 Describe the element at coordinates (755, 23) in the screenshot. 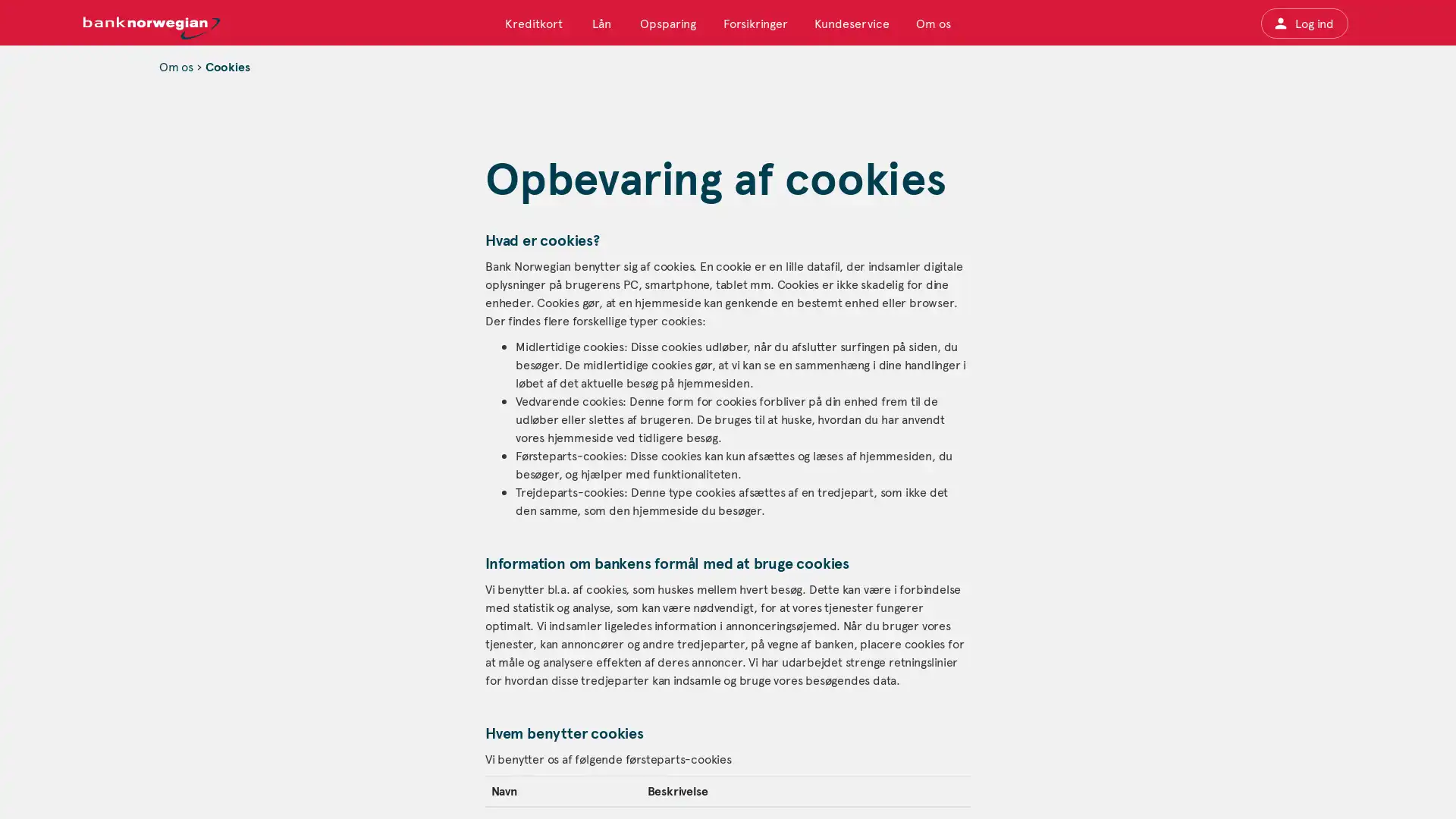

I see `Forsikringer` at that location.